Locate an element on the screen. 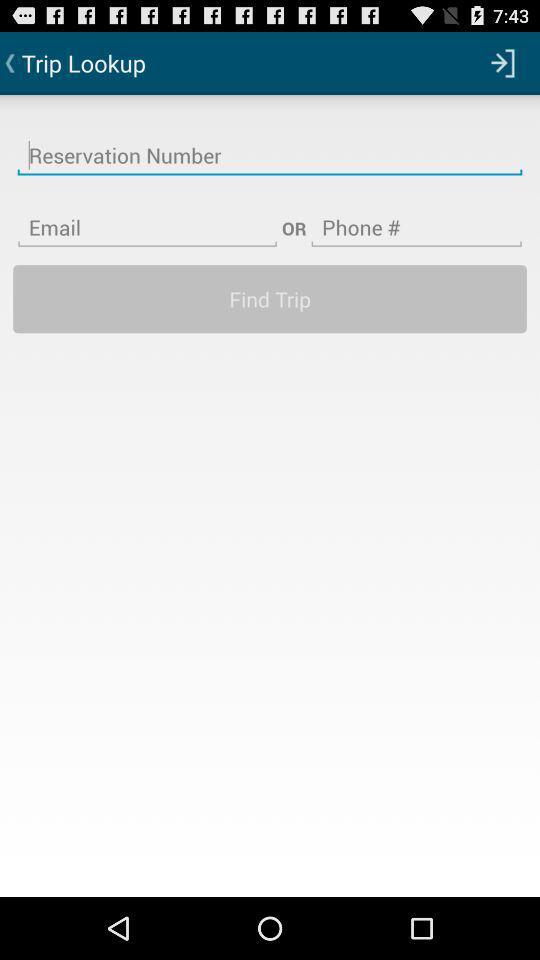 The width and height of the screenshot is (540, 960). the find trip button is located at coordinates (270, 297).